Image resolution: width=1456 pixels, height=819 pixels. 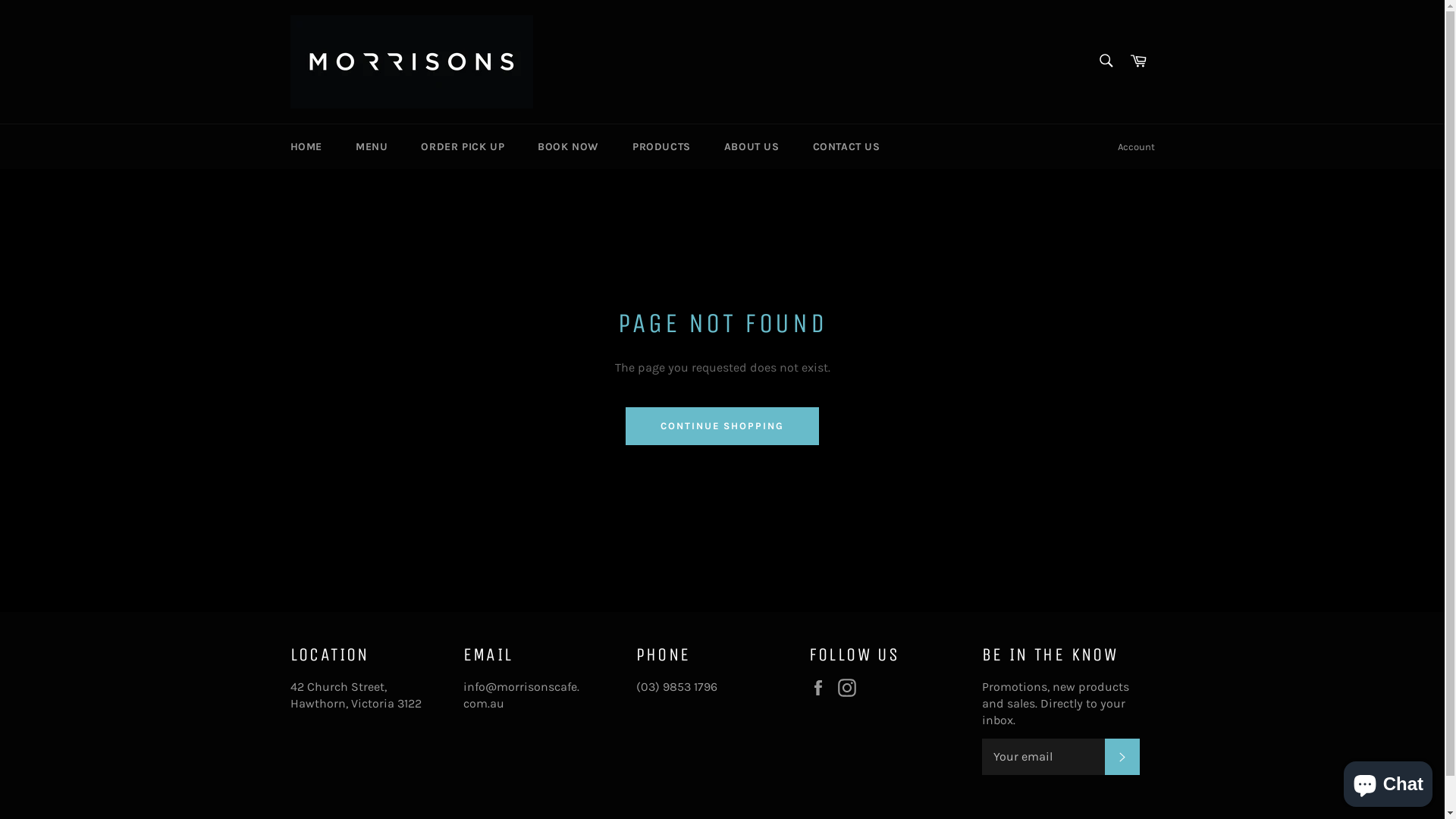 I want to click on 'BOOK NOW', so click(x=522, y=146).